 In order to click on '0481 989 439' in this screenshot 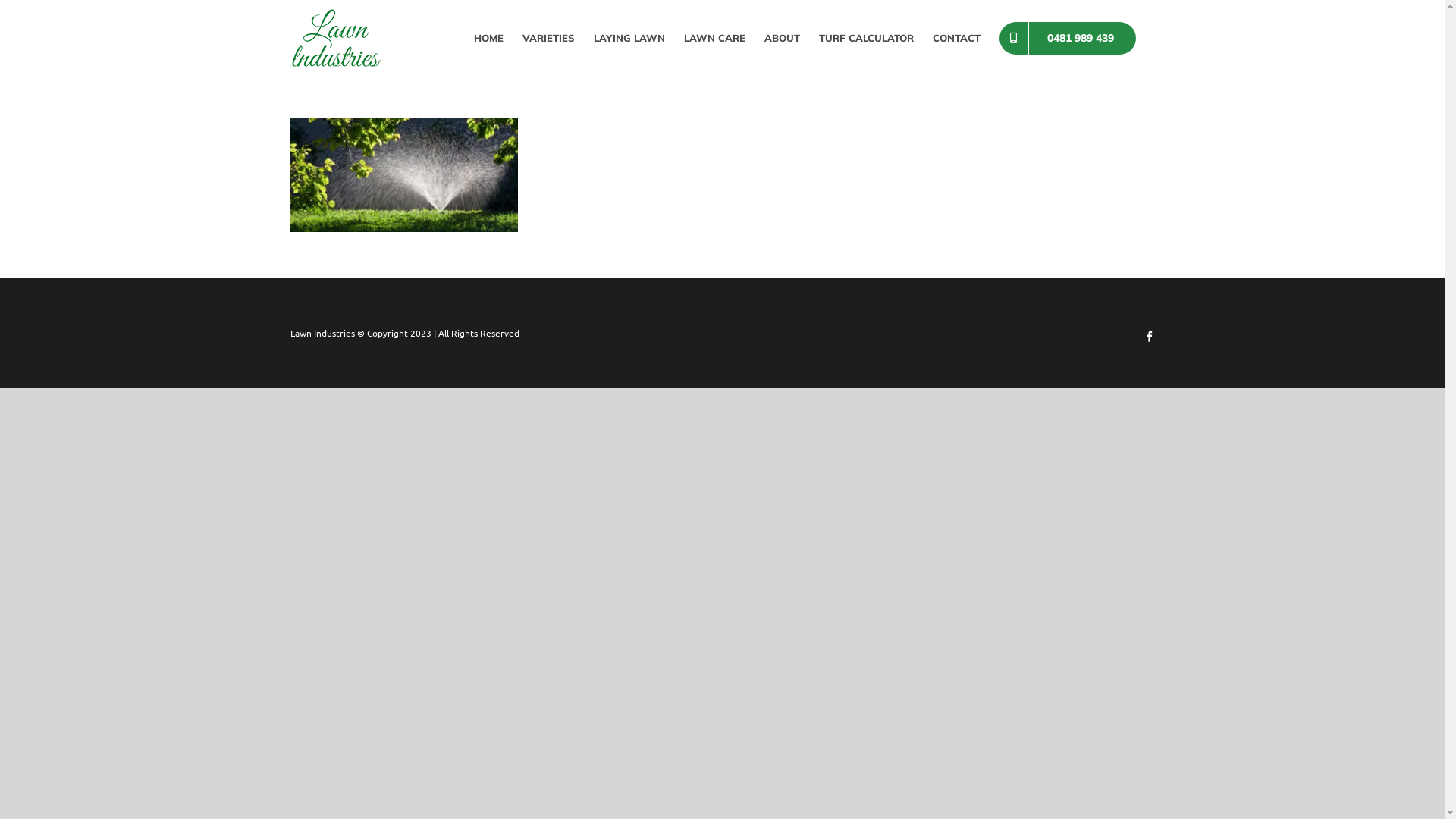, I will do `click(999, 37)`.